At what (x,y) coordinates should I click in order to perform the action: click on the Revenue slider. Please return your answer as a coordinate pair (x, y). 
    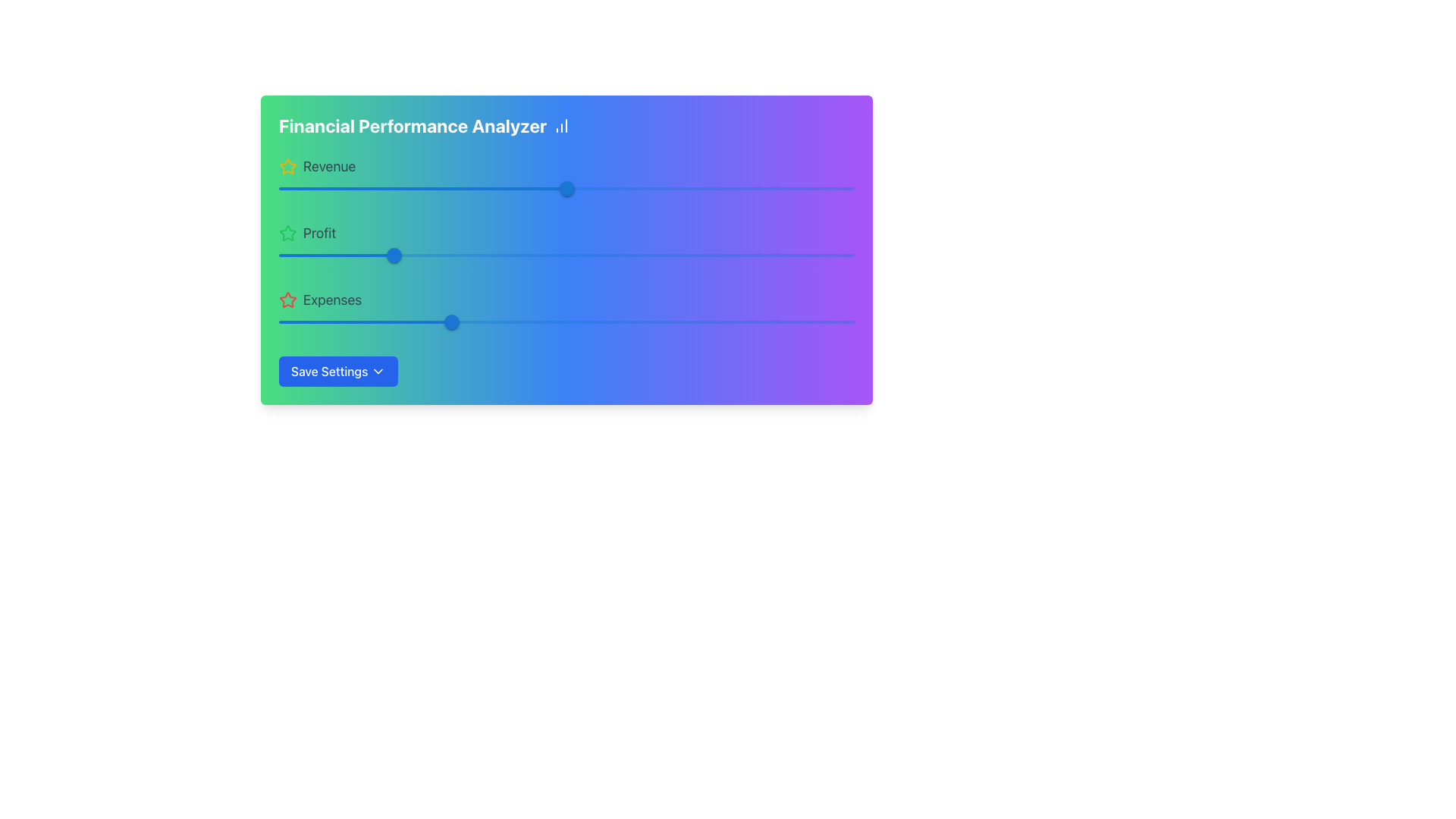
    Looking at the image, I should click on (790, 188).